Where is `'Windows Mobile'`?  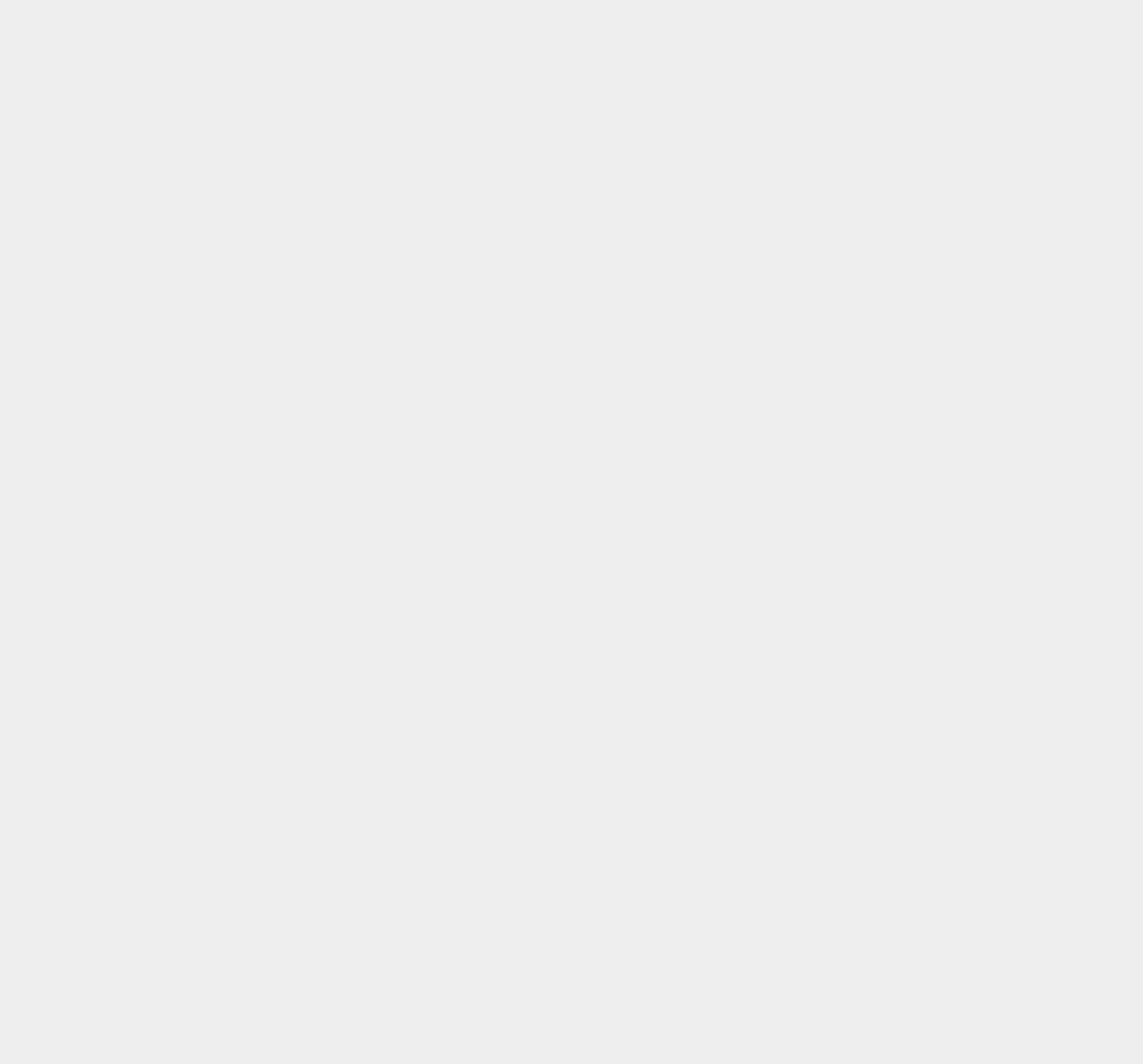
'Windows Mobile' is located at coordinates (807, 716).